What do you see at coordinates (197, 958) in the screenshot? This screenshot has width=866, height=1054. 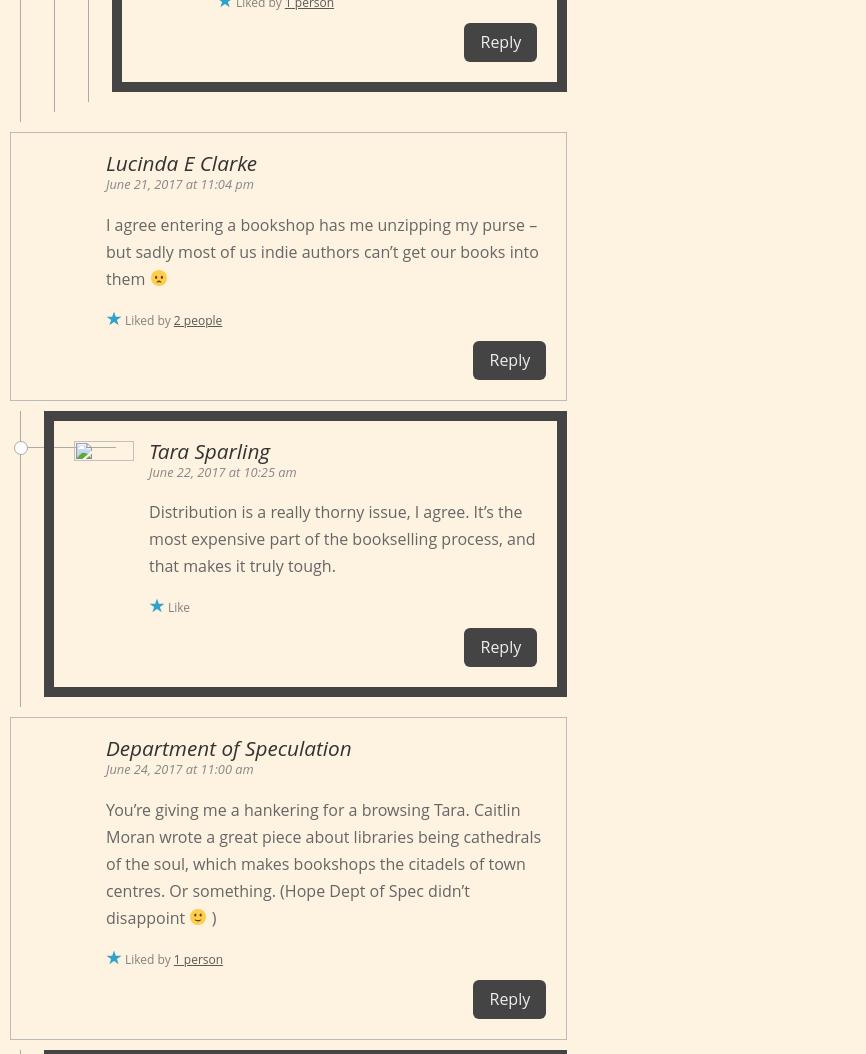 I see `'1 person'` at bounding box center [197, 958].